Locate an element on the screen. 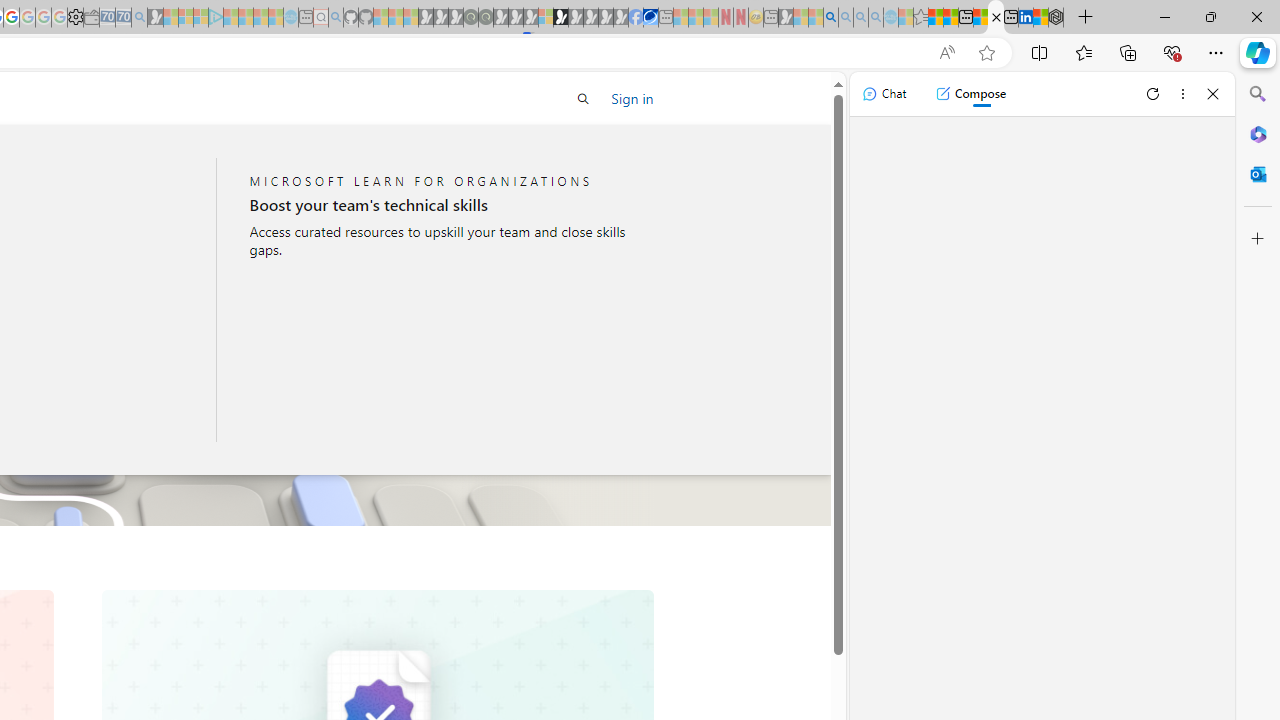 The image size is (1280, 720). 'Boost your team' is located at coordinates (442, 205).